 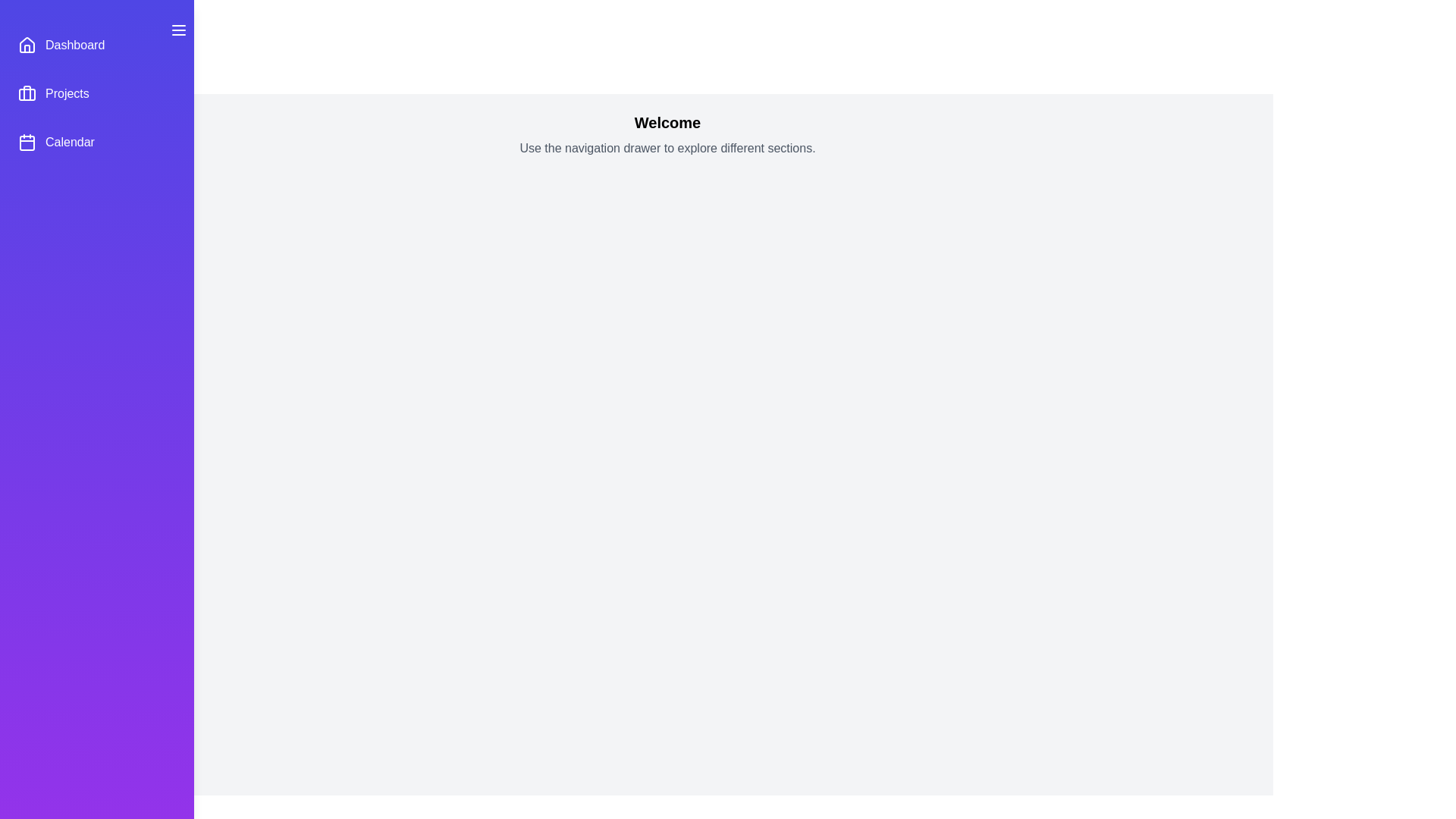 I want to click on the menu item Projects from the drawer menu, so click(x=96, y=93).